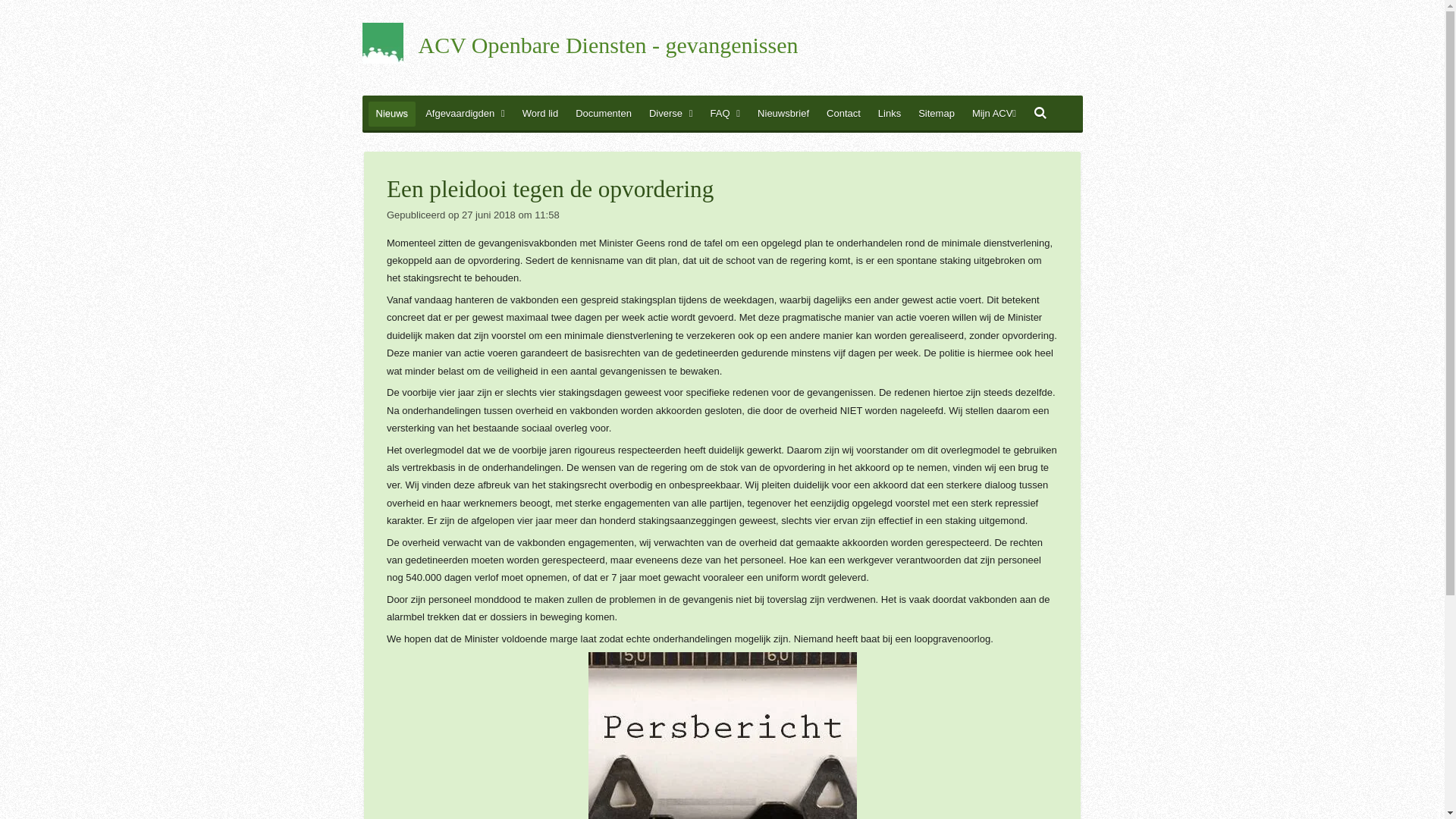 The width and height of the screenshot is (1456, 819). I want to click on 'Links', so click(889, 113).